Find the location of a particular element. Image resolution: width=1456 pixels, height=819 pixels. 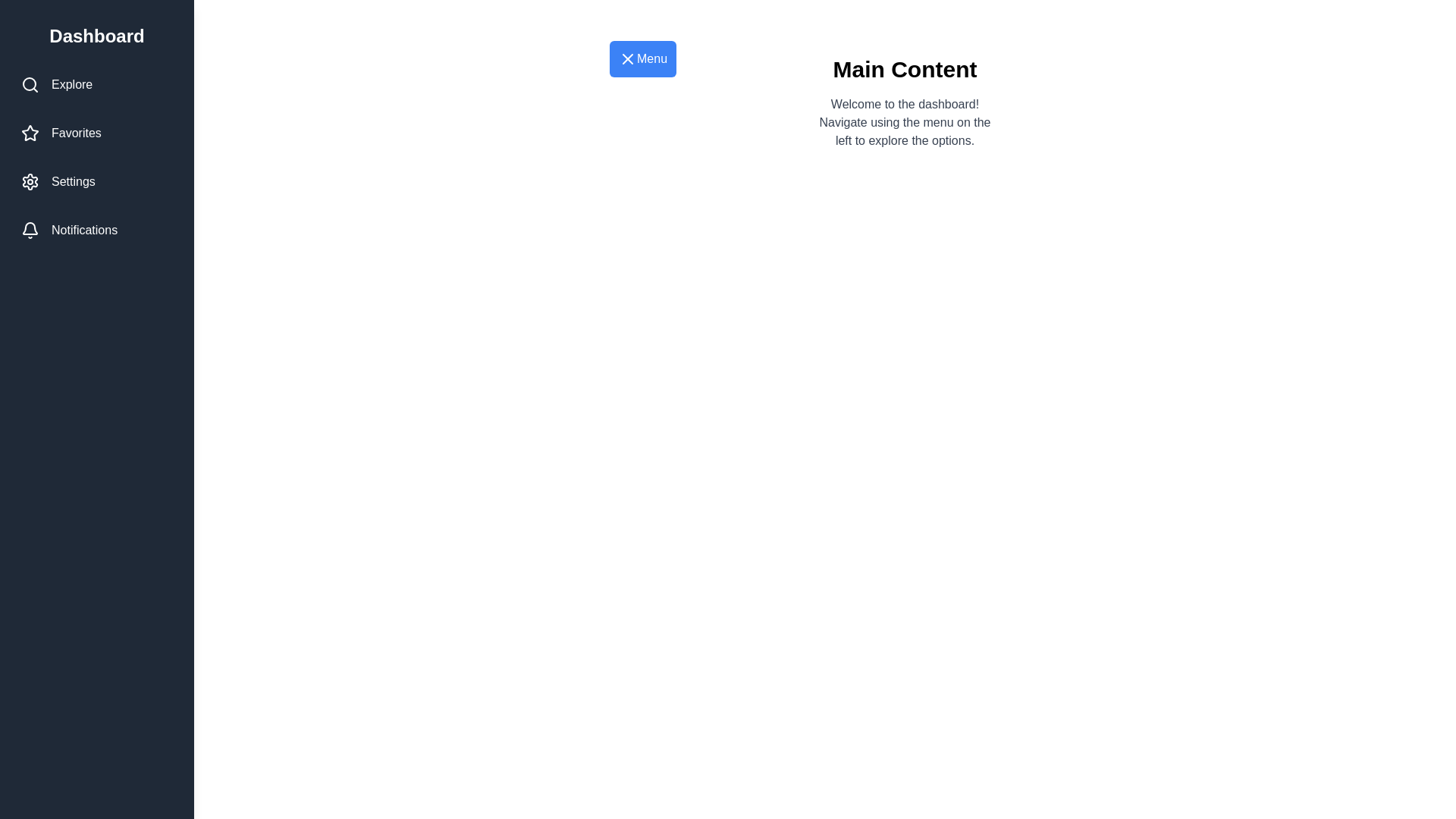

the notification icon located at the bottom of the sidebar navigation panel, beneath the 'Settings' button, to check for new alerts is located at coordinates (30, 228).